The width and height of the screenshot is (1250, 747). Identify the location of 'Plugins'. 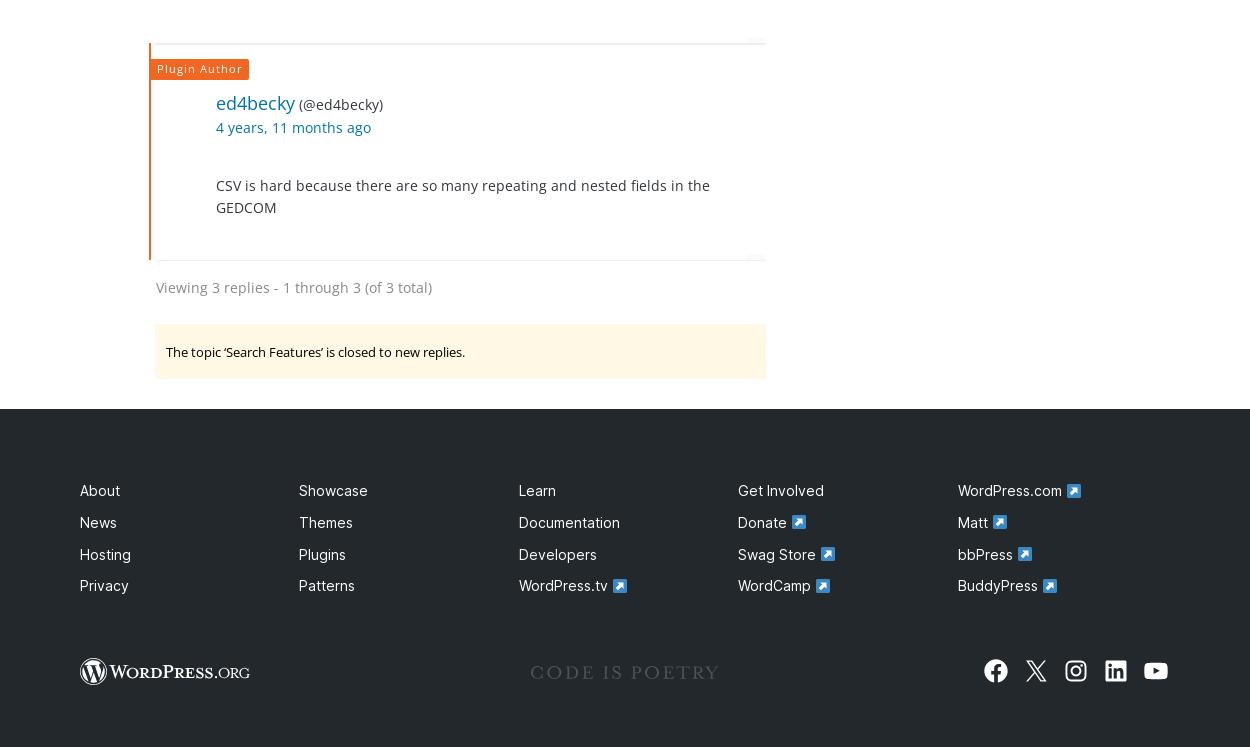
(321, 552).